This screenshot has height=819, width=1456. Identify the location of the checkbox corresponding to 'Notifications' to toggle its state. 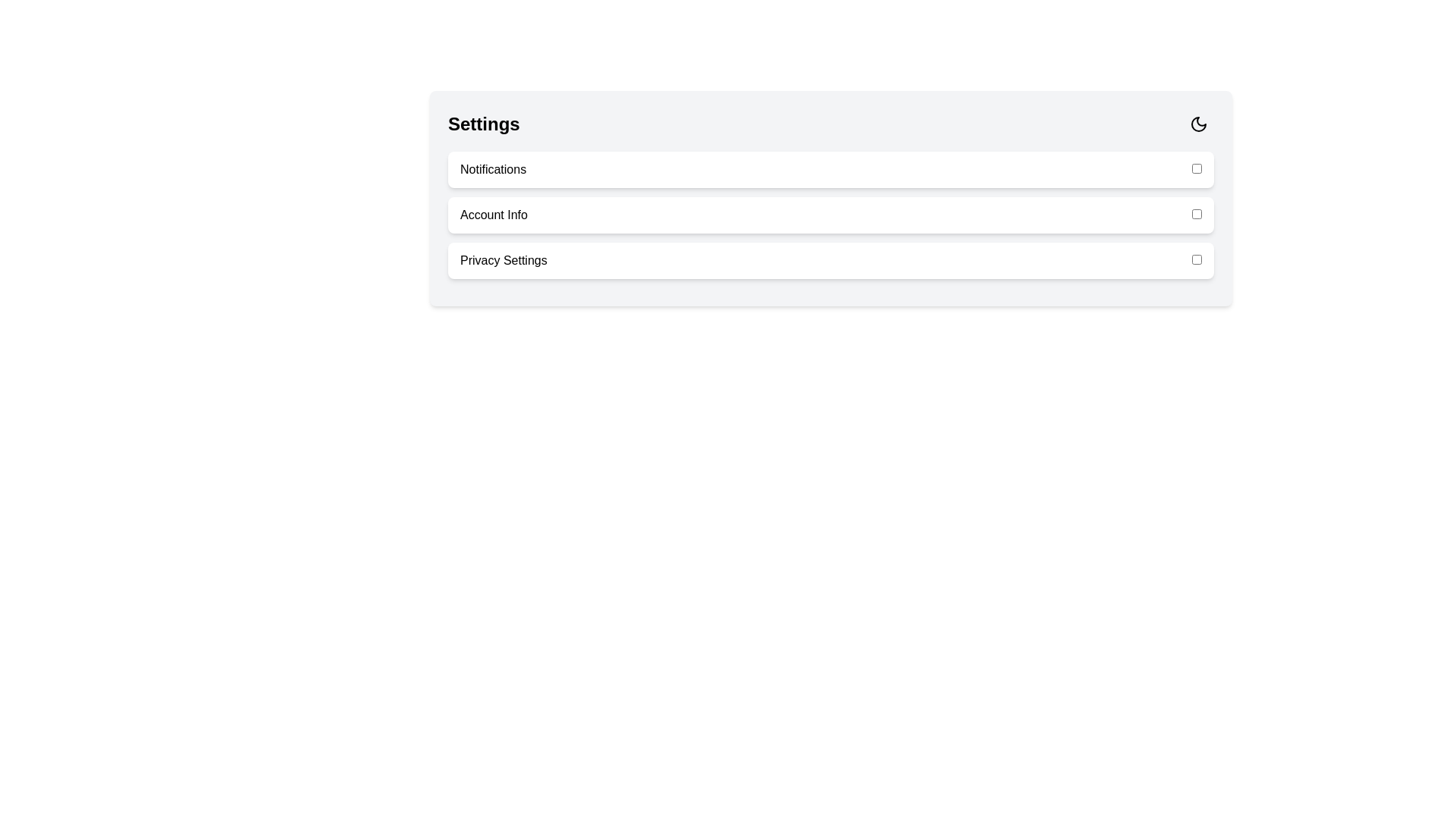
(1196, 168).